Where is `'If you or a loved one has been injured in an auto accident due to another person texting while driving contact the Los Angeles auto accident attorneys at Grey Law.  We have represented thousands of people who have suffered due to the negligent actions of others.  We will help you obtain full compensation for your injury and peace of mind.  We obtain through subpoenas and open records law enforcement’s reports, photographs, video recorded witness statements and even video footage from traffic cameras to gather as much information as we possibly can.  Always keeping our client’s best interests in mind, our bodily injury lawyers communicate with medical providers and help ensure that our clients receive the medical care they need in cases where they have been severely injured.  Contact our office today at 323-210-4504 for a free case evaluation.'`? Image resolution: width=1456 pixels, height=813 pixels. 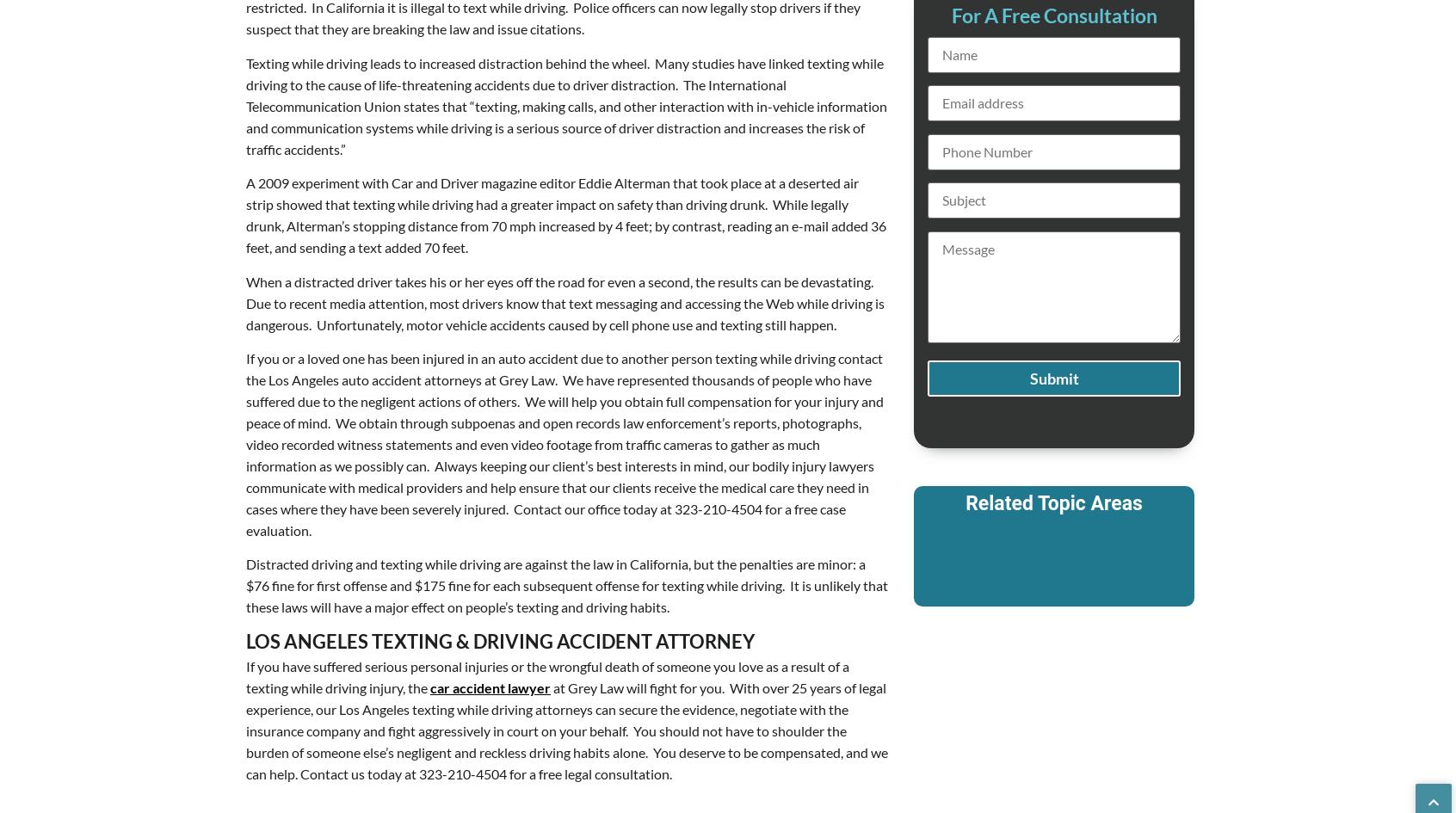
'If you or a loved one has been injured in an auto accident due to another person texting while driving contact the Los Angeles auto accident attorneys at Grey Law.  We have represented thousands of people who have suffered due to the negligent actions of others.  We will help you obtain full compensation for your injury and peace of mind.  We obtain through subpoenas and open records law enforcement’s reports, photographs, video recorded witness statements and even video footage from traffic cameras to gather as much information as we possibly can.  Always keeping our client’s best interests in mind, our bodily injury lawyers communicate with medical providers and help ensure that our clients receive the medical care they need in cases where they have been severely injured.  Contact our office today at 323-210-4504 for a free case evaluation.' is located at coordinates (244, 443).